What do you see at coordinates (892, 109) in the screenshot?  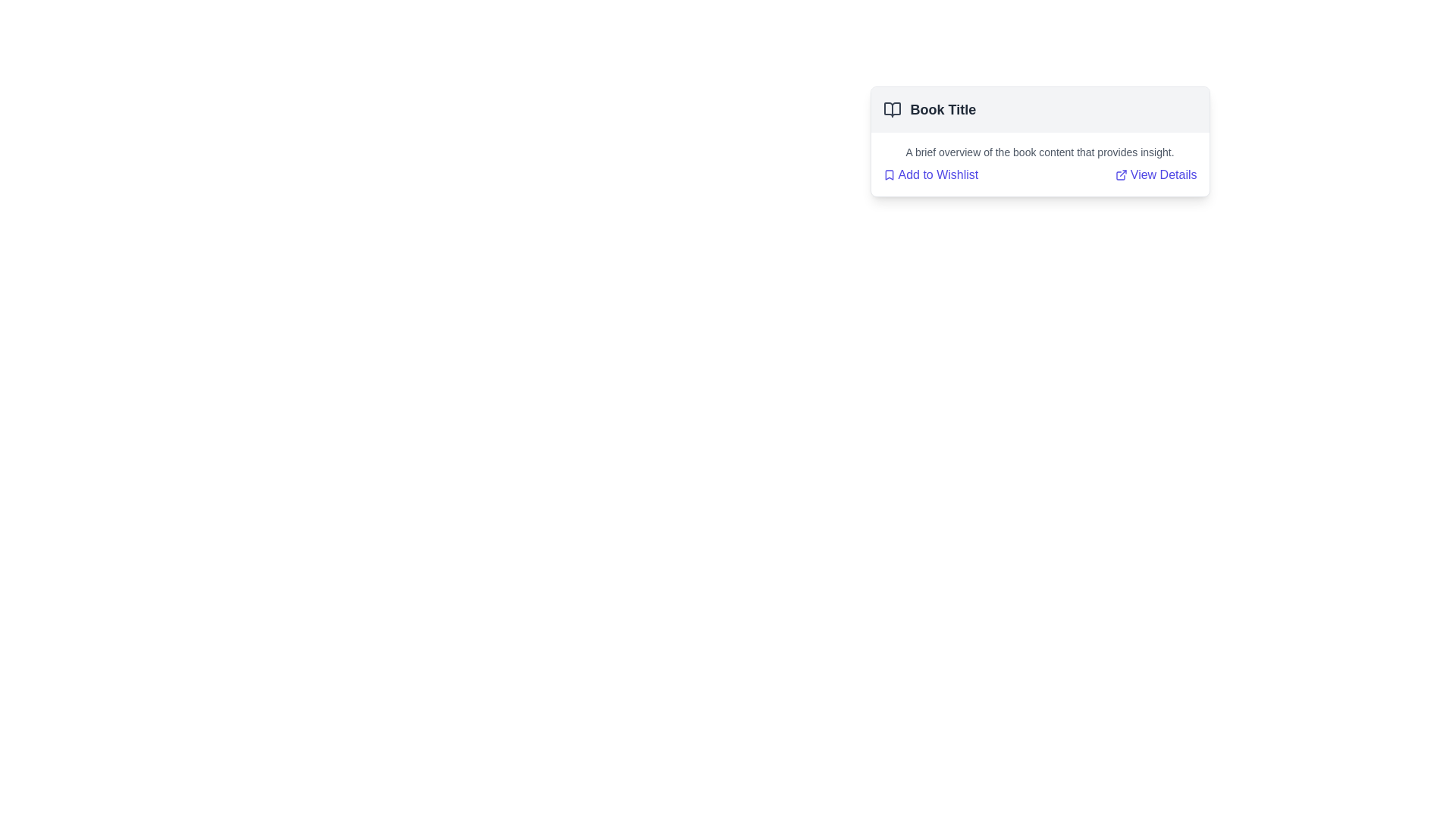 I see `the SVG graphic icon representing an open book located to the left of the title text 'Book Title'` at bounding box center [892, 109].